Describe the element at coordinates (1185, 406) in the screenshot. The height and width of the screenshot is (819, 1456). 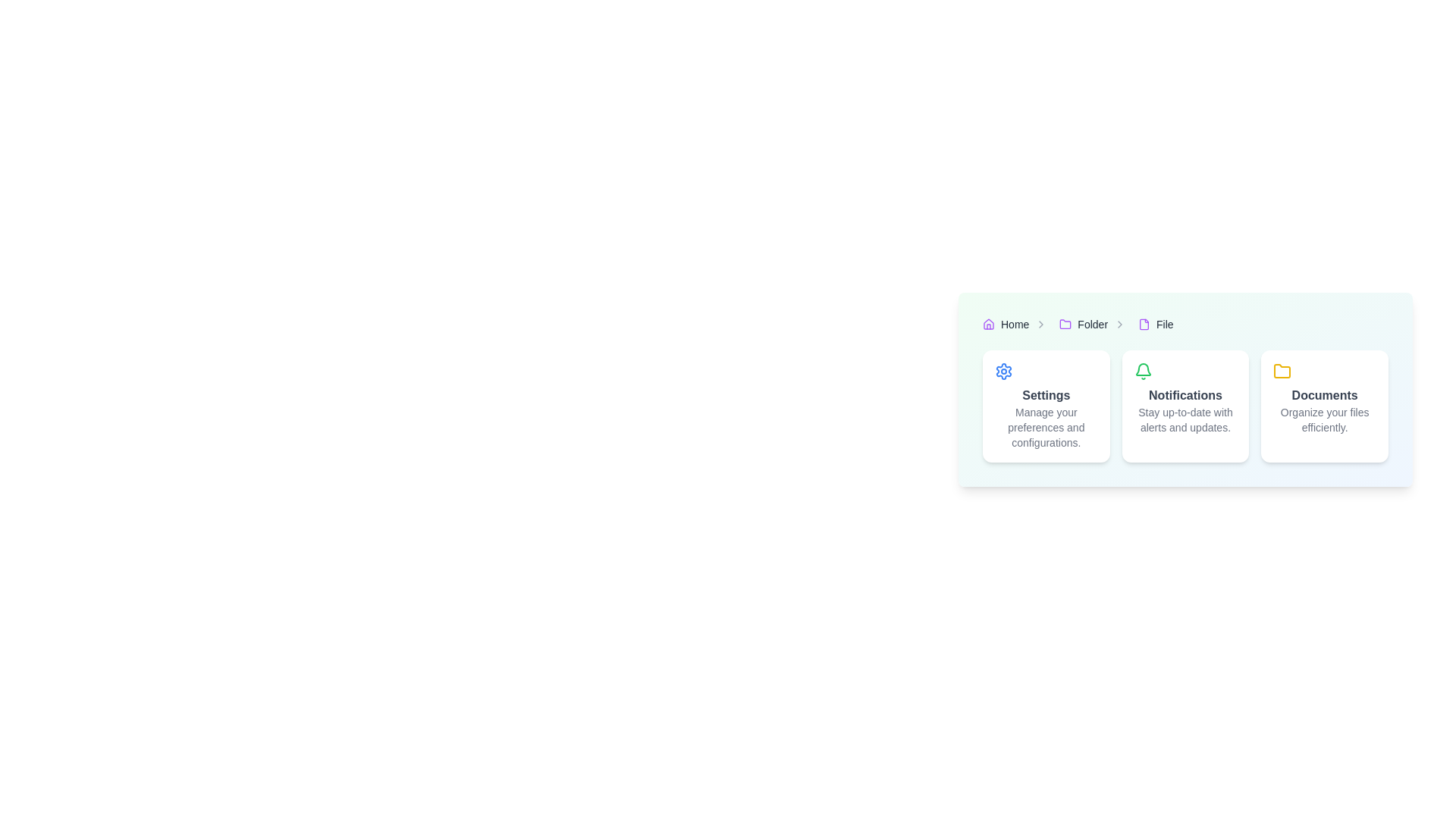
I see `the notifications tile which has a white background, a green bell icon at the top, bold text 'Notifications', and smaller text 'Stay up-to-date with alerts and updates.'` at that location.